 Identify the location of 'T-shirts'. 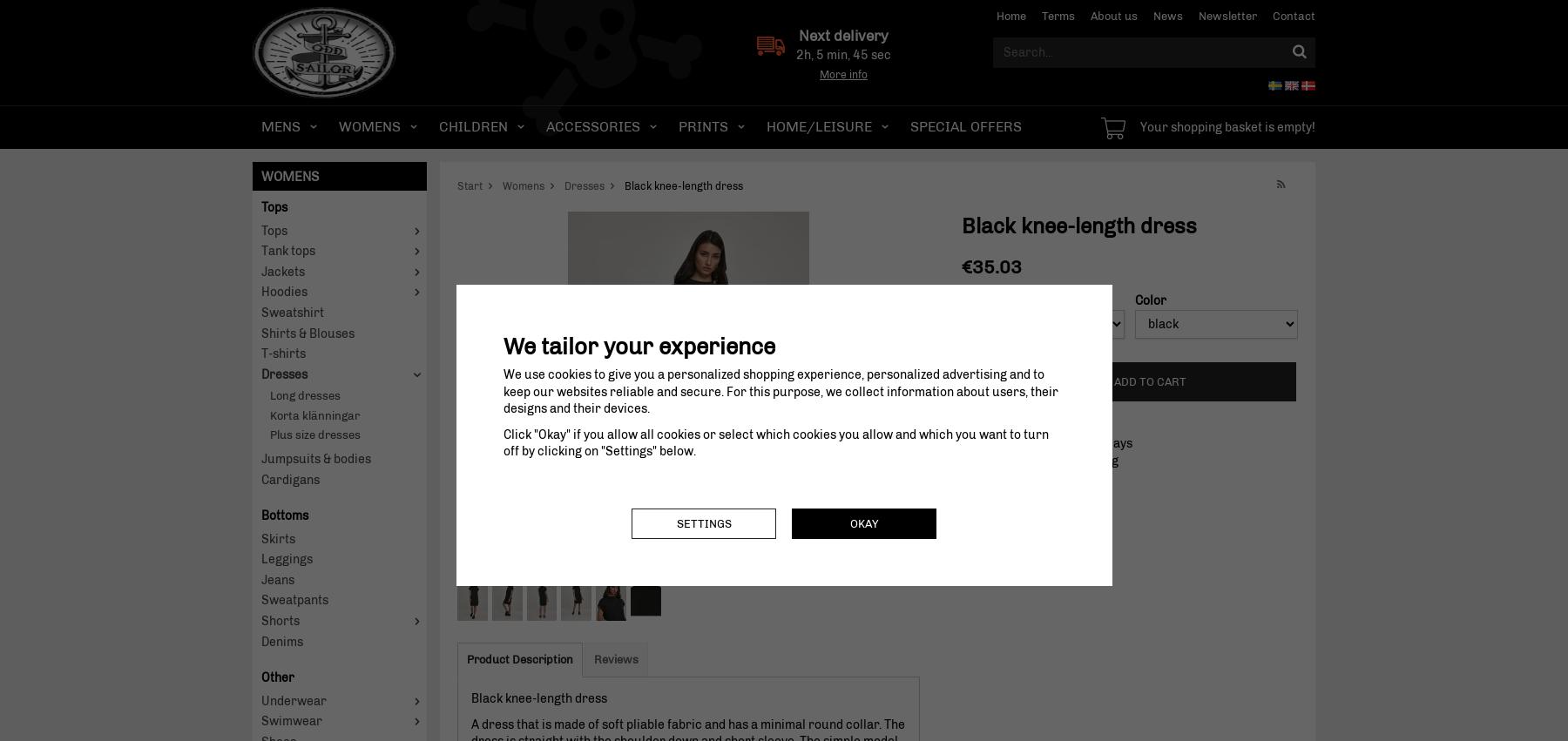
(282, 353).